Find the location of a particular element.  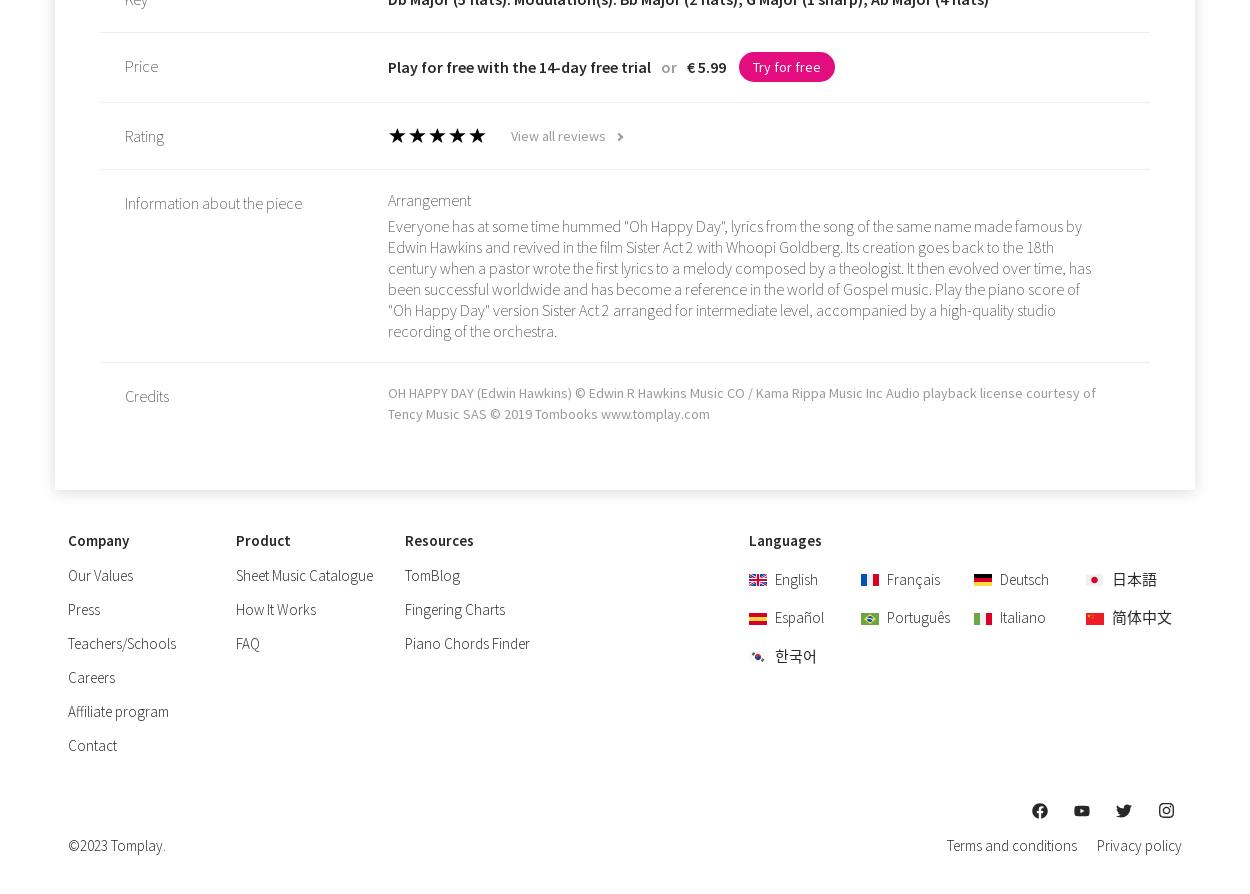

'View all reviews' is located at coordinates (509, 135).